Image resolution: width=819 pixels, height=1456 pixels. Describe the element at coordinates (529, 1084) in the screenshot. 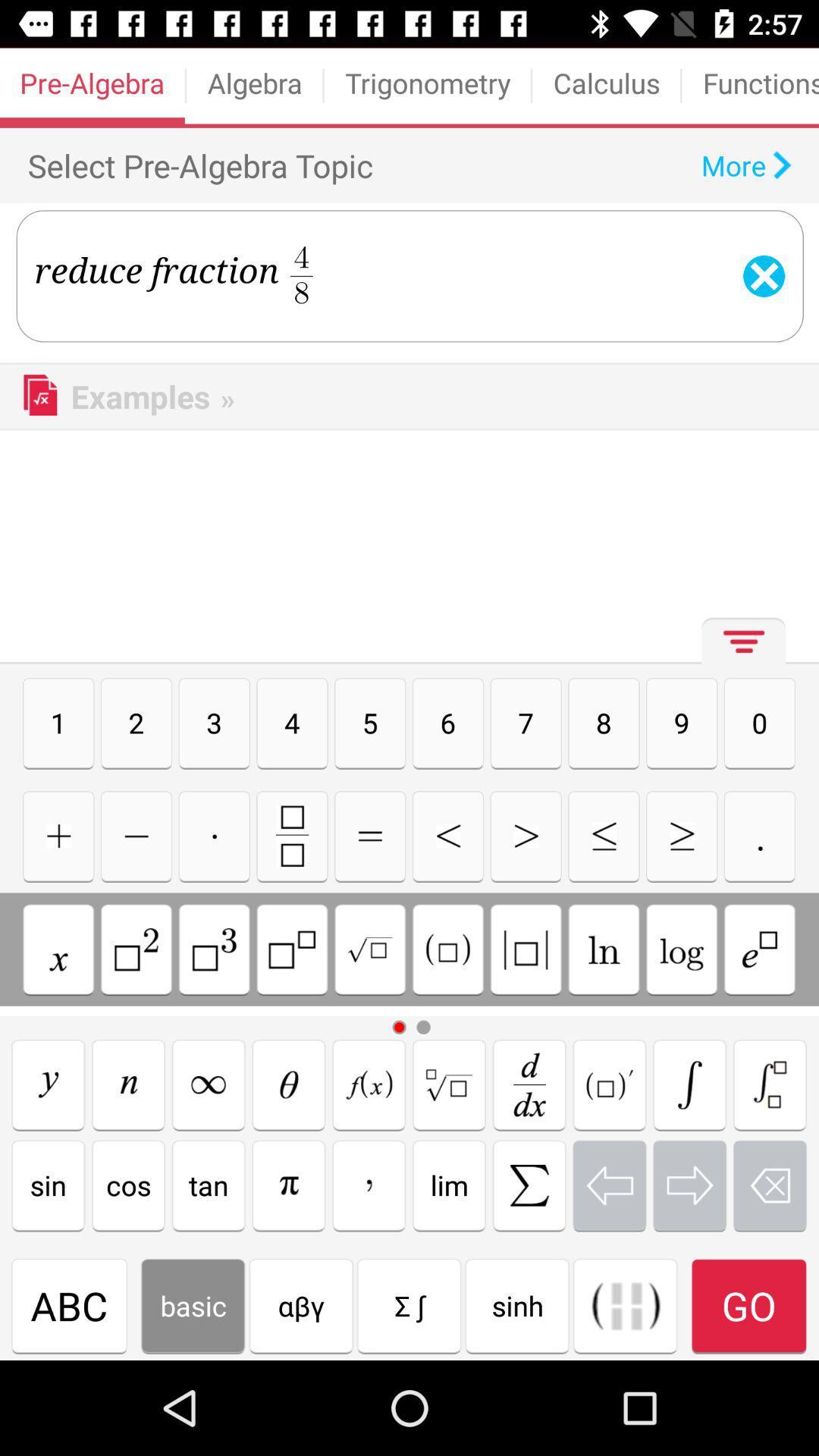

I see `reduce fraction d/dx` at that location.